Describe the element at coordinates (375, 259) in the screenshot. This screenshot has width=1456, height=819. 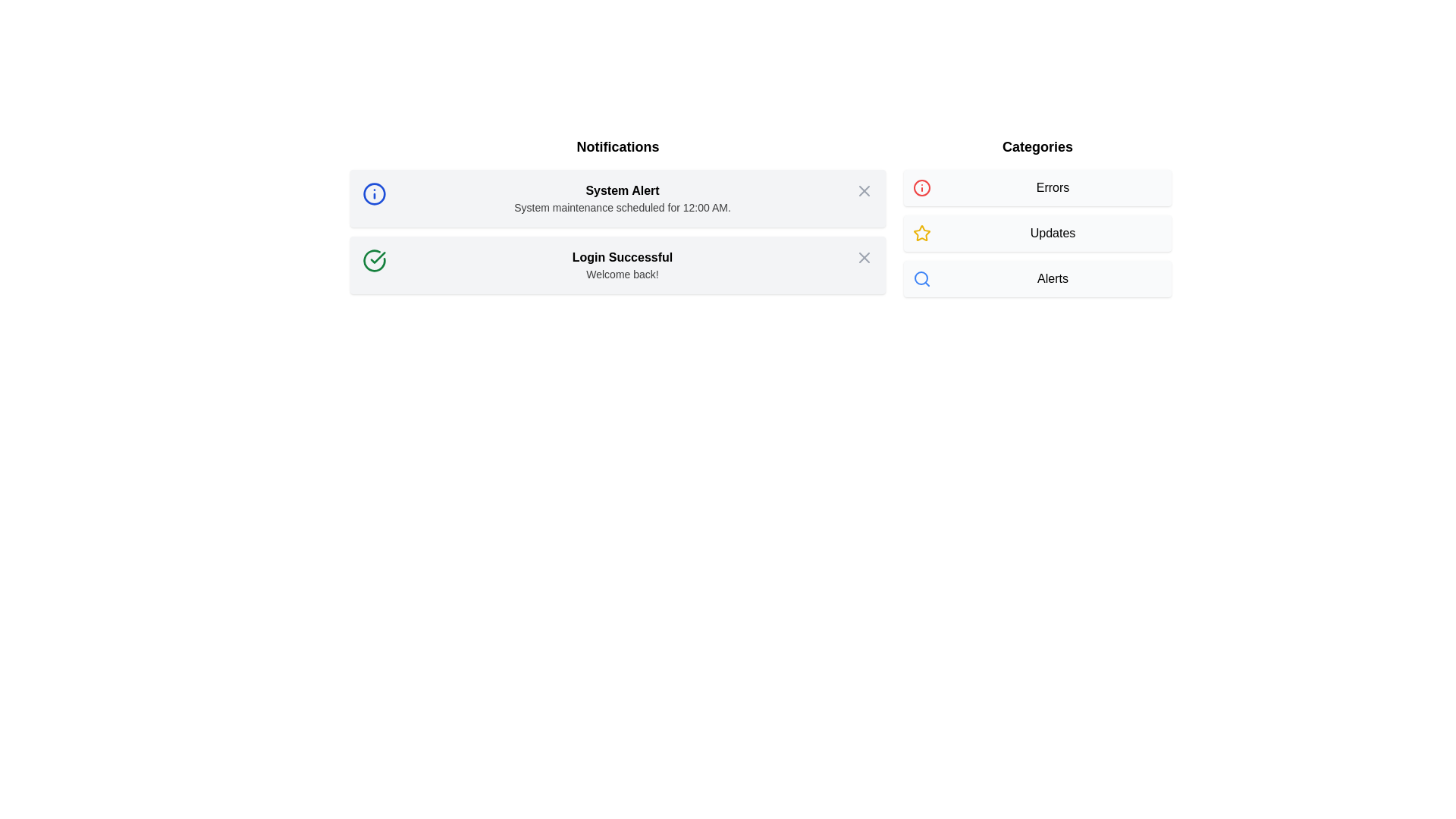
I see `the notification icon of type success` at that location.